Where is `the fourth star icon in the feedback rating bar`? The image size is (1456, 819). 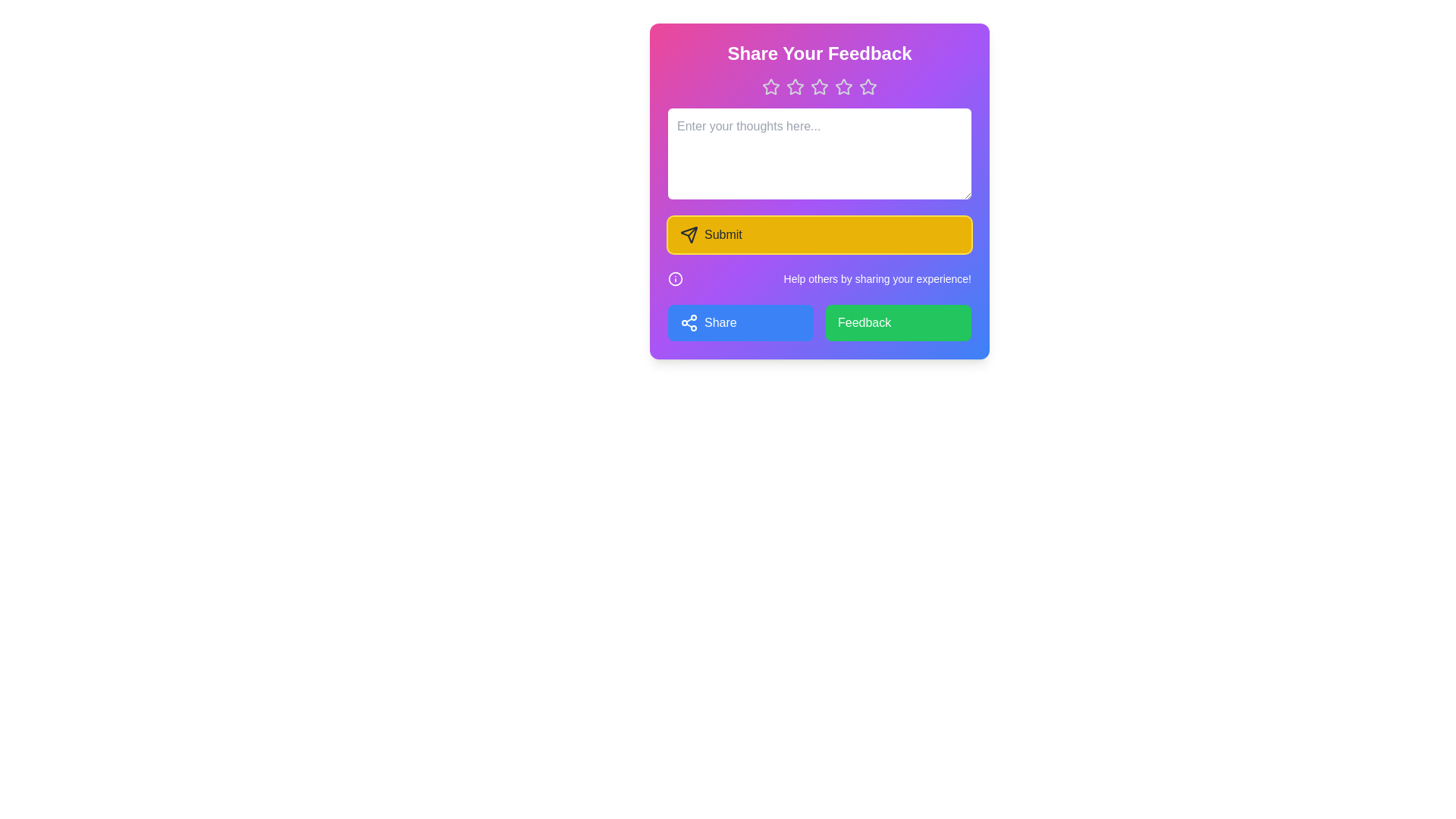
the fourth star icon in the feedback rating bar is located at coordinates (843, 86).